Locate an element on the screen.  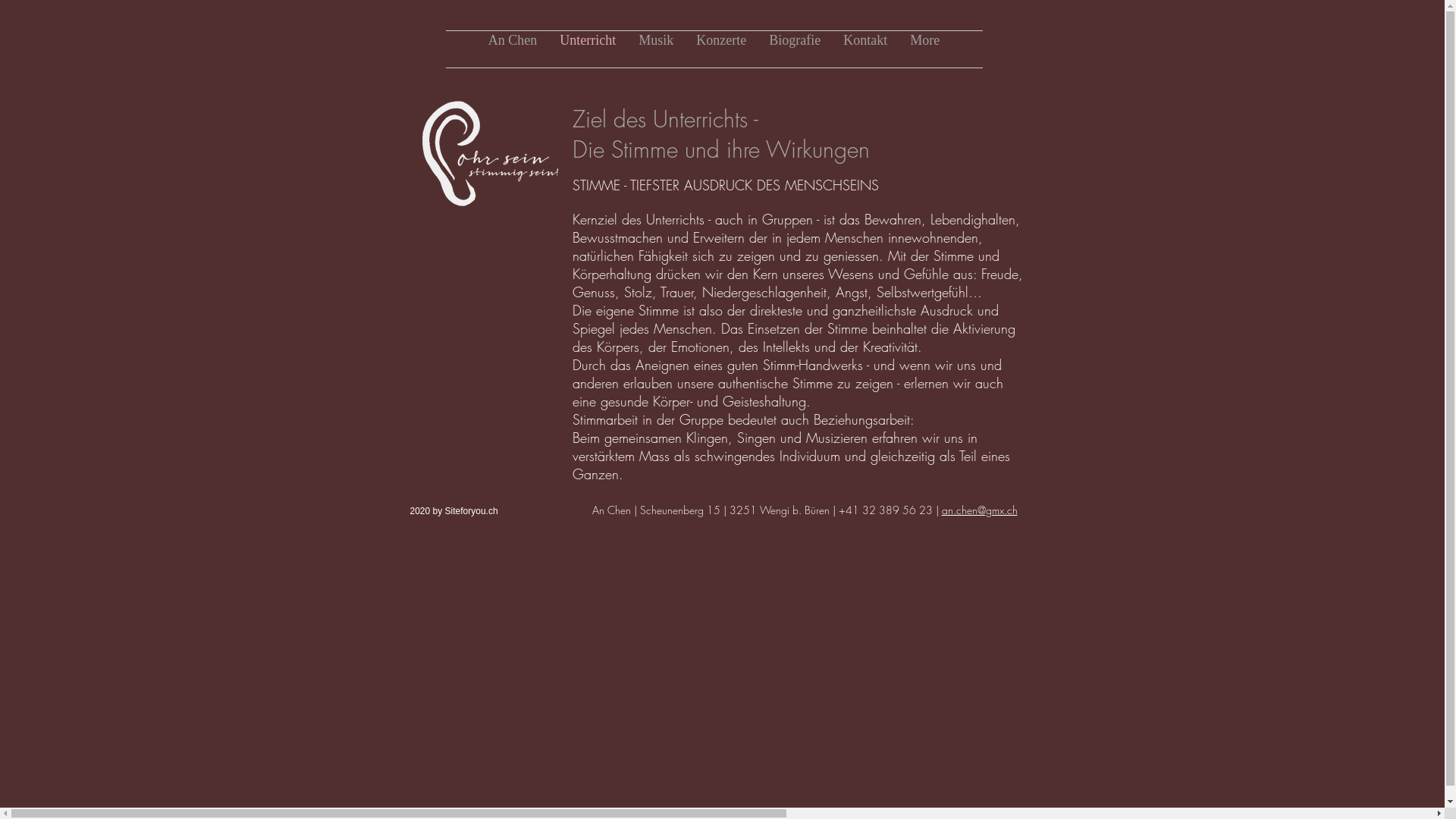
'Kontakt' is located at coordinates (865, 49).